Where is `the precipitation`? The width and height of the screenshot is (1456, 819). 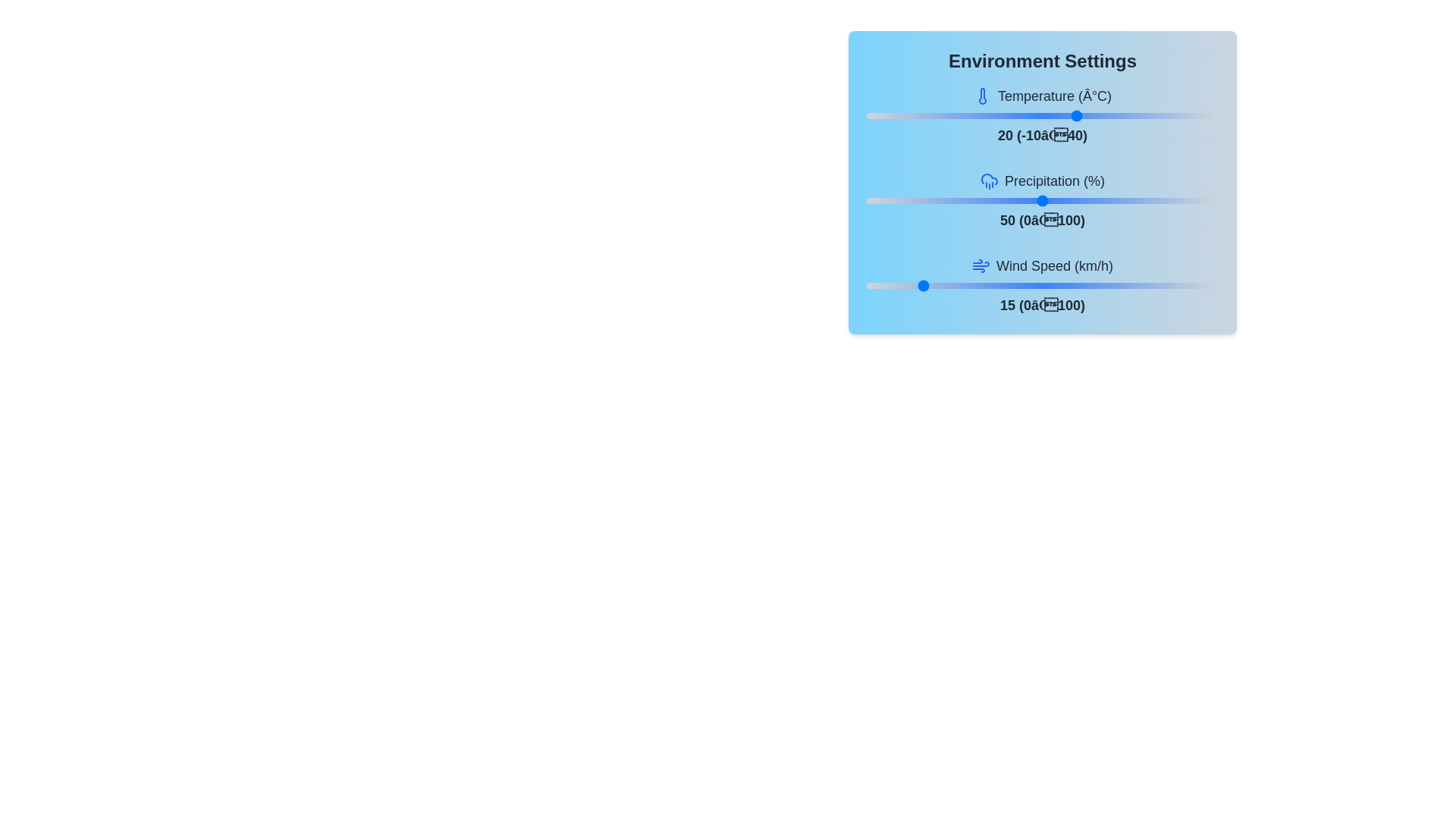 the precipitation is located at coordinates (950, 200).